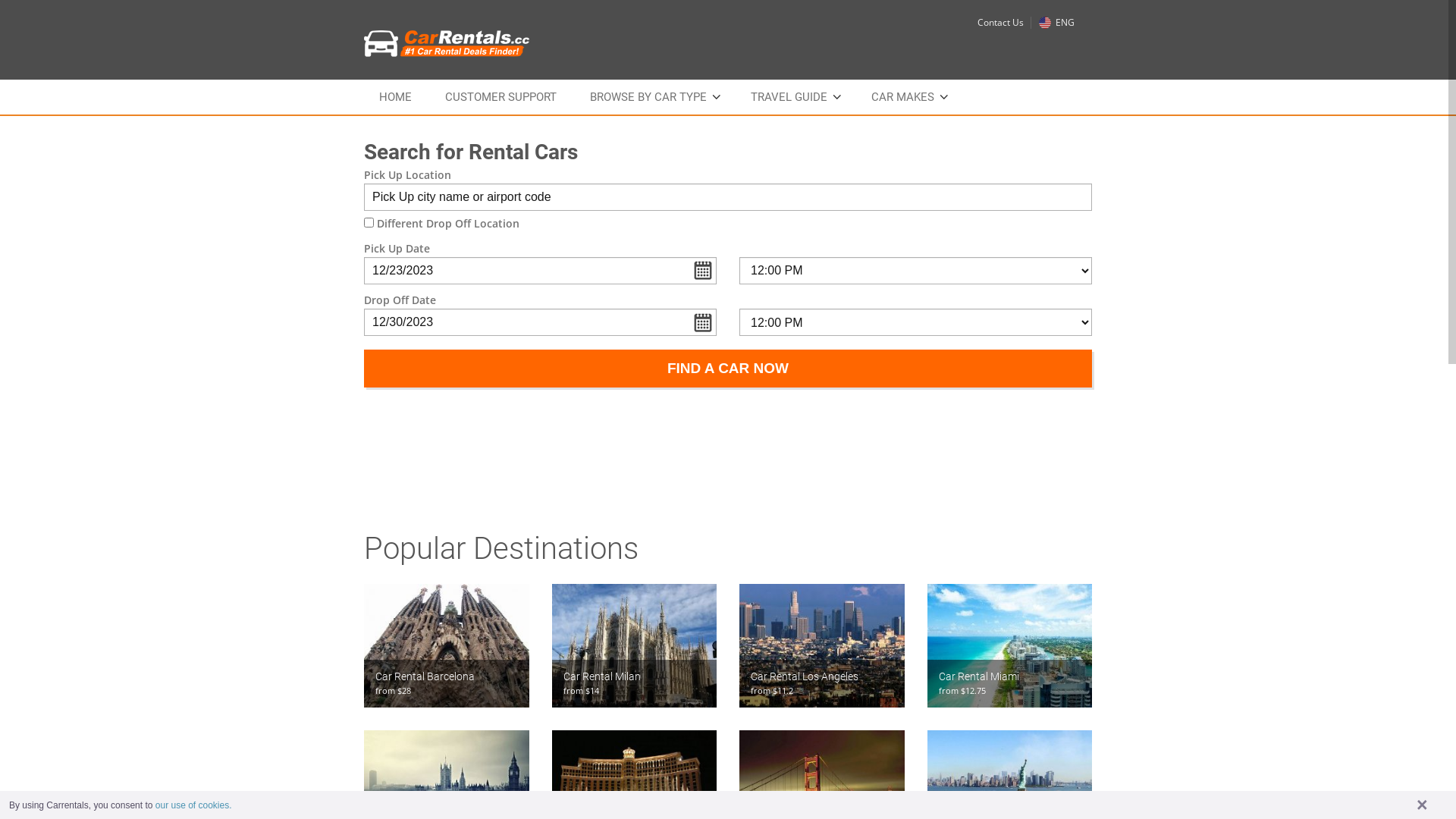 The height and width of the screenshot is (819, 1456). I want to click on 'Contact Us', so click(1000, 22).